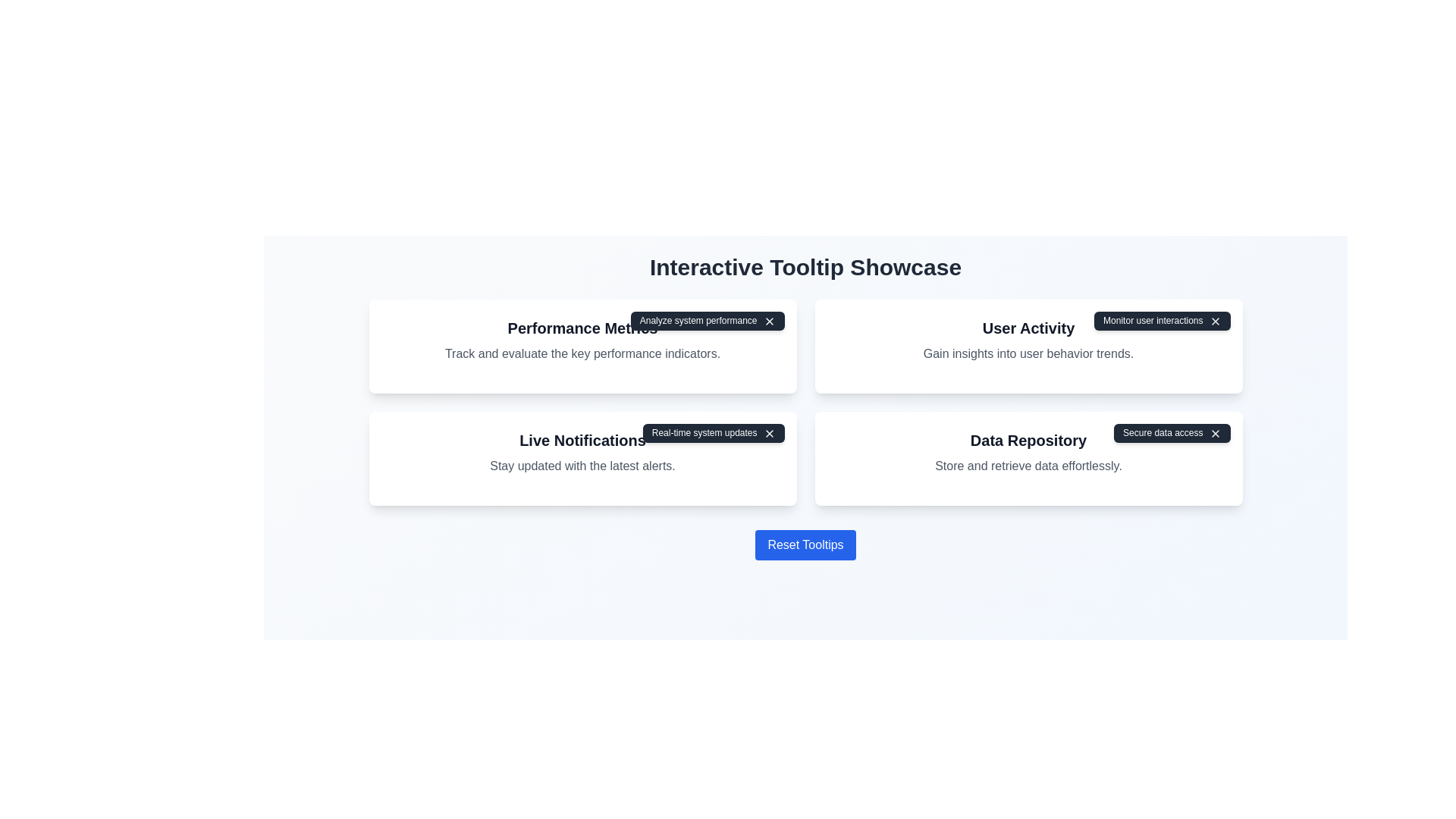 The width and height of the screenshot is (1456, 819). I want to click on tooltip text displayed in the top-right area of the 'Live Notifications' section, which provides additional information or updates, so click(713, 433).